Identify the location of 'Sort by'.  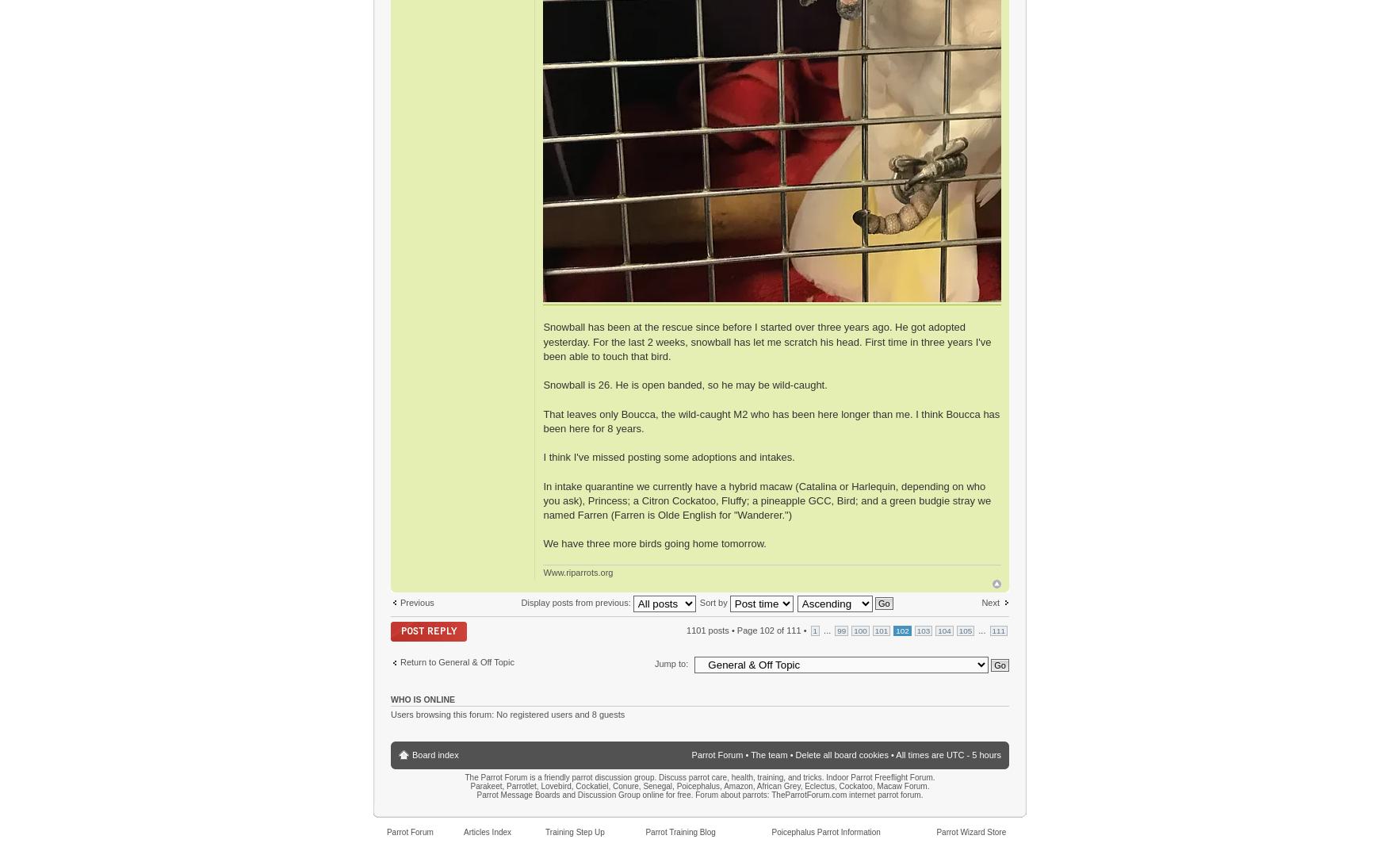
(713, 602).